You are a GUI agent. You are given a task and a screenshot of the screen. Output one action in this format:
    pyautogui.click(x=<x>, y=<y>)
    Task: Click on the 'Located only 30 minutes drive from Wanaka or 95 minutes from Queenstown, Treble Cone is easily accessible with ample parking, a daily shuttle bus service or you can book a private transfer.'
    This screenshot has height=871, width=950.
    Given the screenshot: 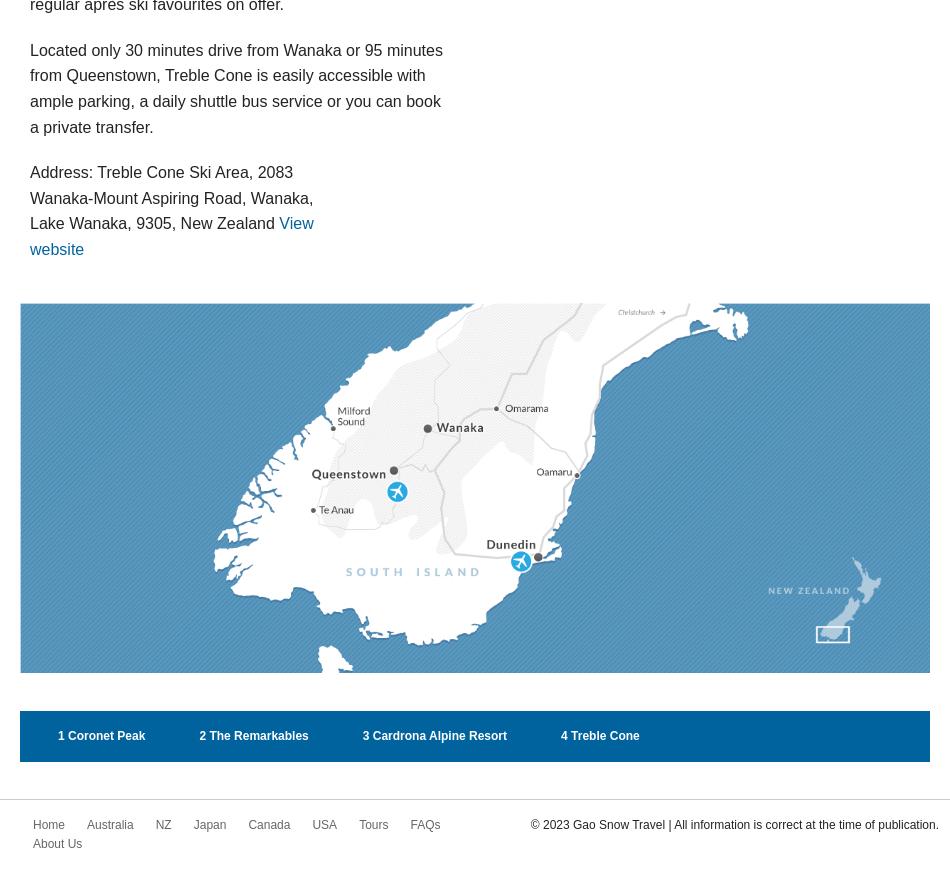 What is the action you would take?
    pyautogui.click(x=235, y=86)
    